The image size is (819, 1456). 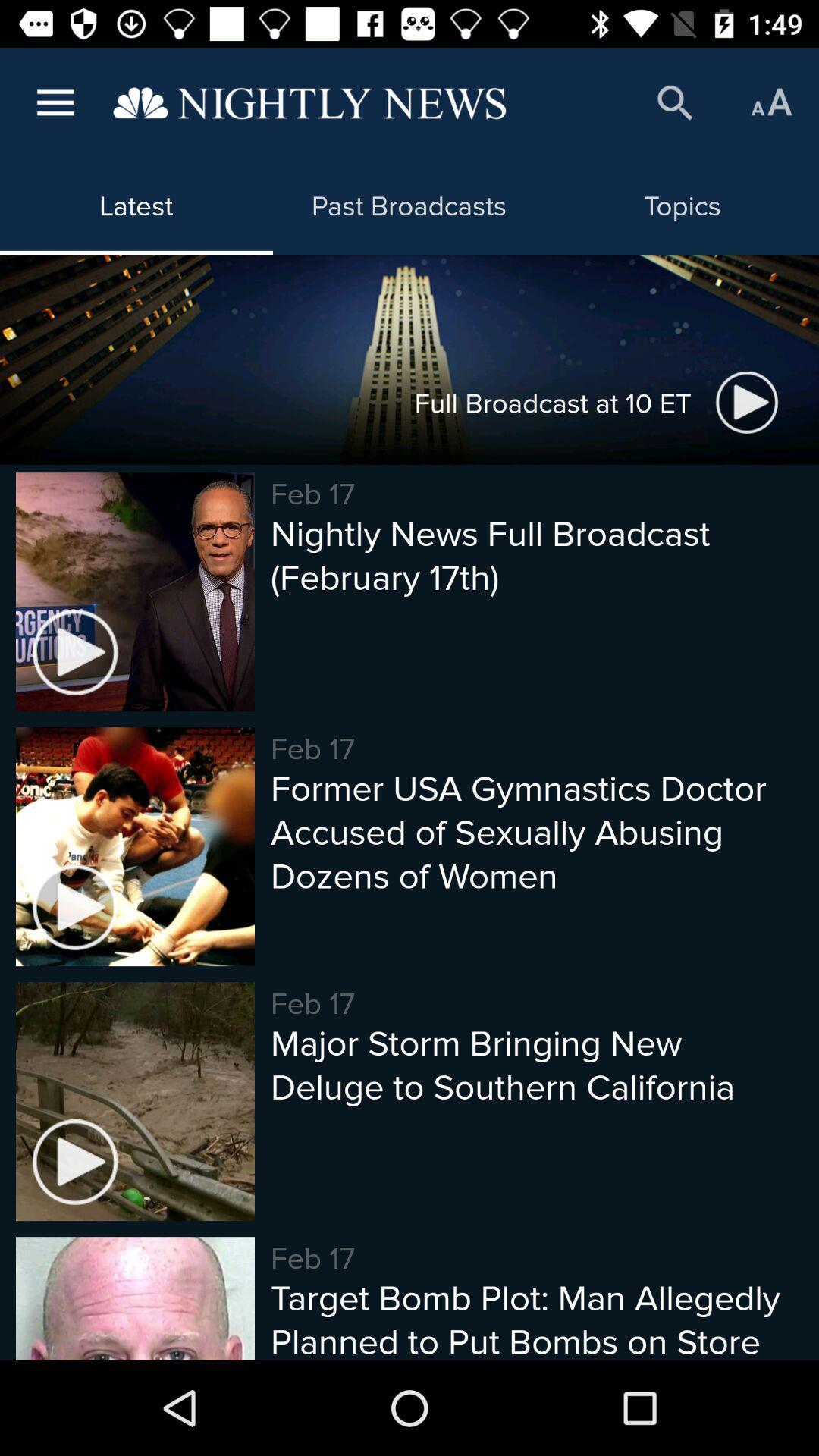 I want to click on site headline, so click(x=309, y=102).